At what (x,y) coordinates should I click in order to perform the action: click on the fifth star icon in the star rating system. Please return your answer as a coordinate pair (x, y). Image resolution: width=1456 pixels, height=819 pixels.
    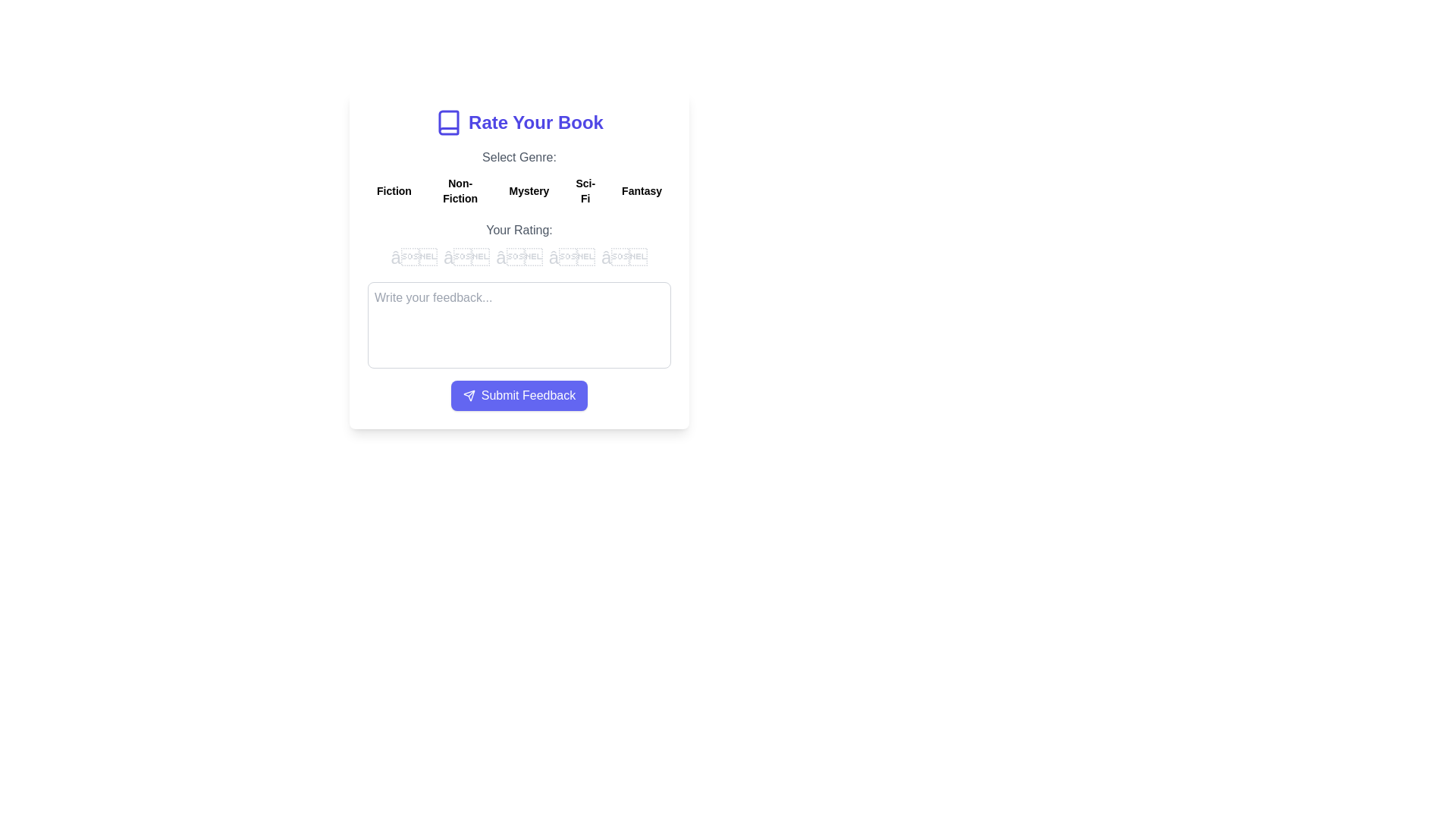
    Looking at the image, I should click on (624, 256).